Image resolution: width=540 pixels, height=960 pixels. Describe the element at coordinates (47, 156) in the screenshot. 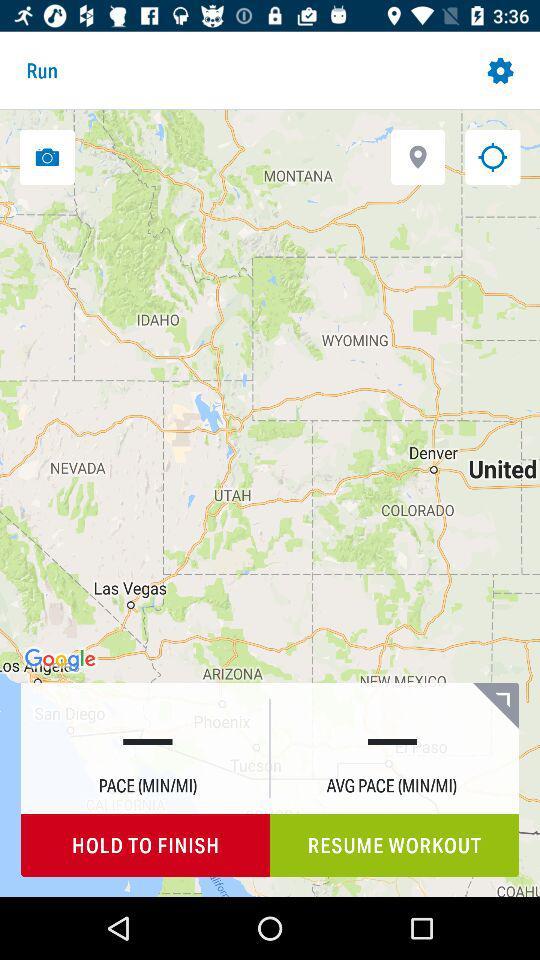

I see `photograph` at that location.